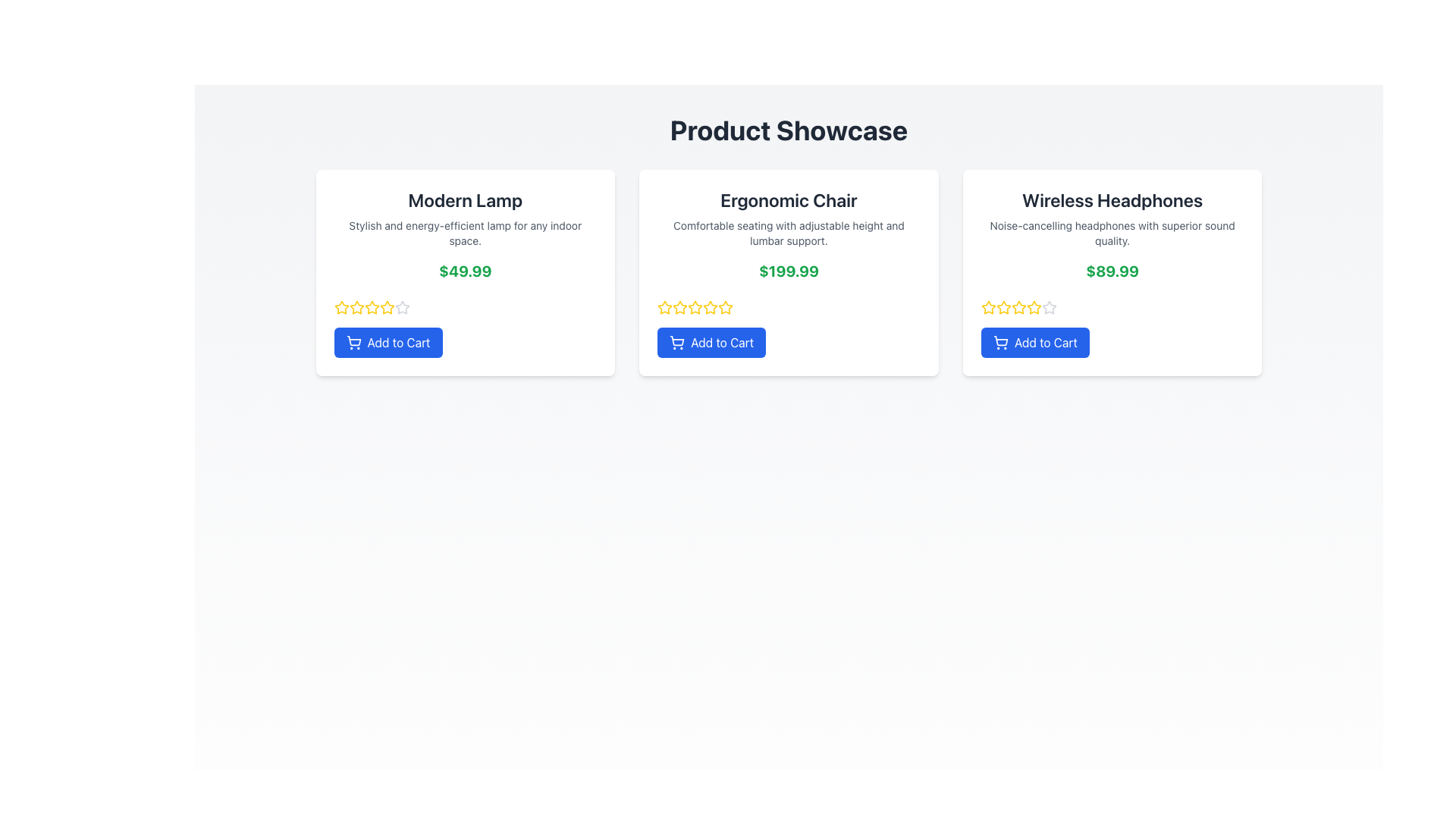  What do you see at coordinates (725, 307) in the screenshot?
I see `the fifth yellow star-shaped icon representing the rating for the 'Ergonomic Chair' product, located beneath the price and above the 'Add to Cart' button` at bounding box center [725, 307].